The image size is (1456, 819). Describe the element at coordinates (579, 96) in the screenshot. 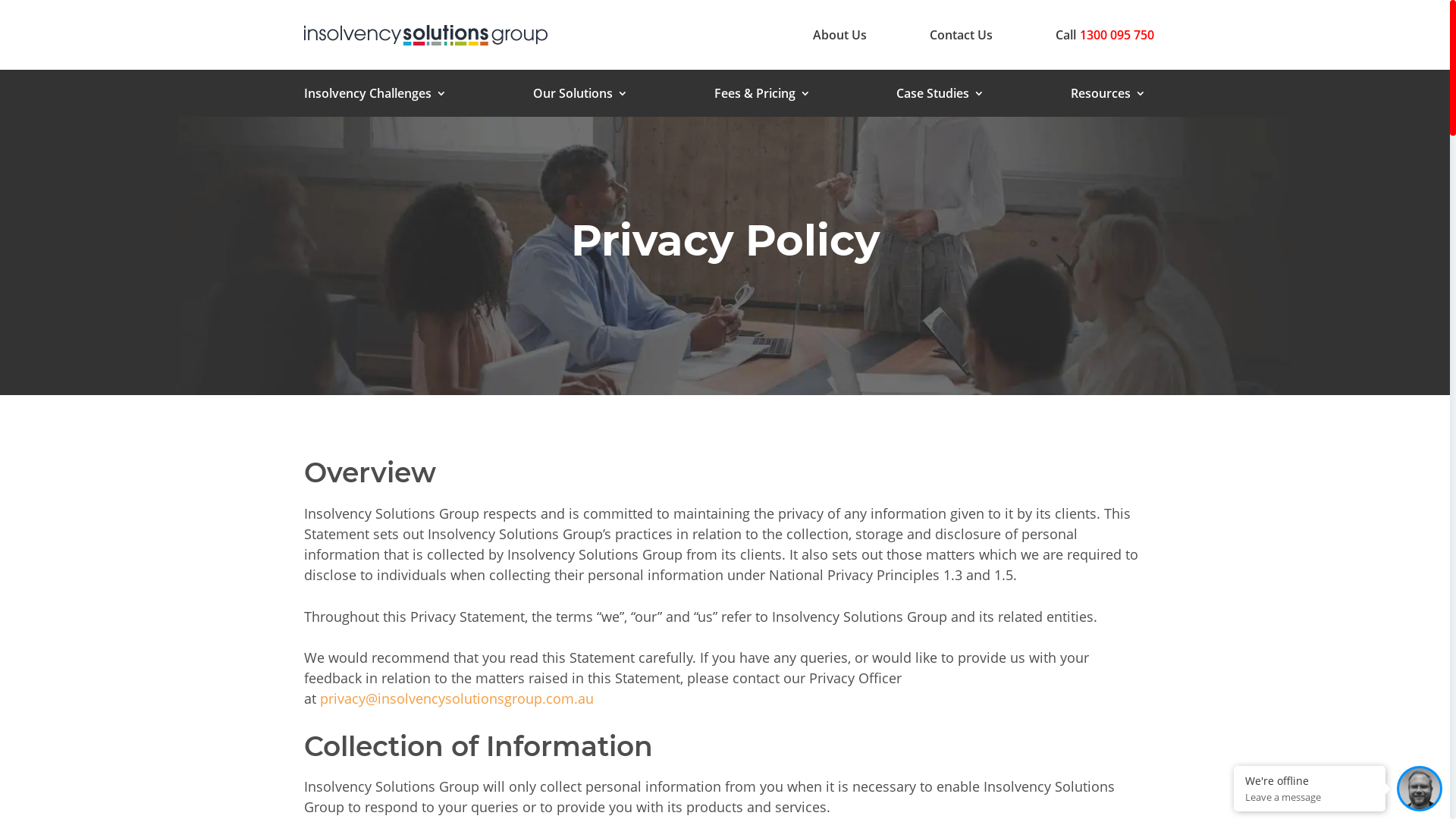

I see `'Our Solutions'` at that location.